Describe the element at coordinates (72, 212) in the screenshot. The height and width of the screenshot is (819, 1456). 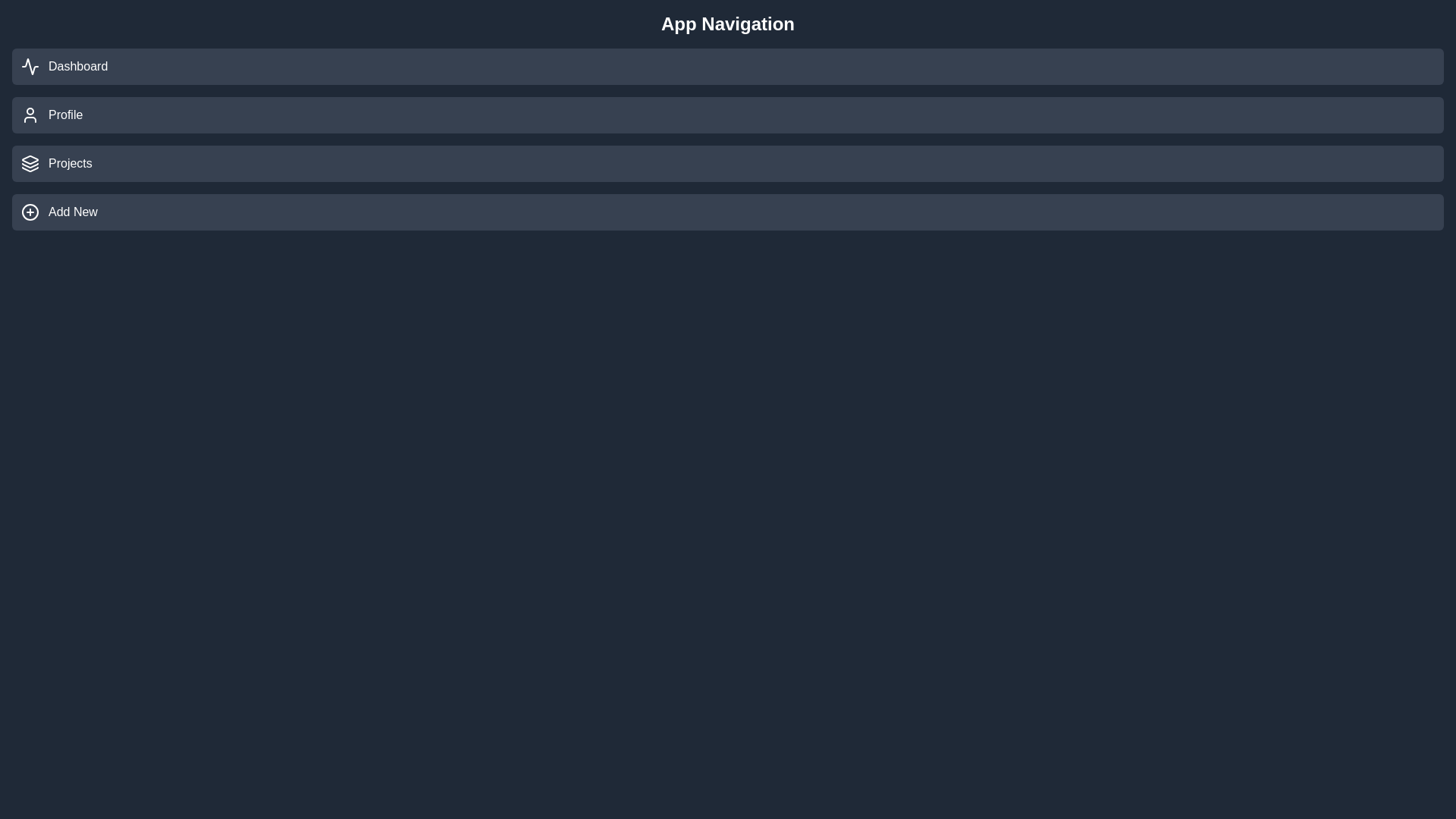
I see `the Text Label that indicates the button for adding new items, positioned as the fourth item in the vertical navigation list, directly beneath the 'Projects' item` at that location.